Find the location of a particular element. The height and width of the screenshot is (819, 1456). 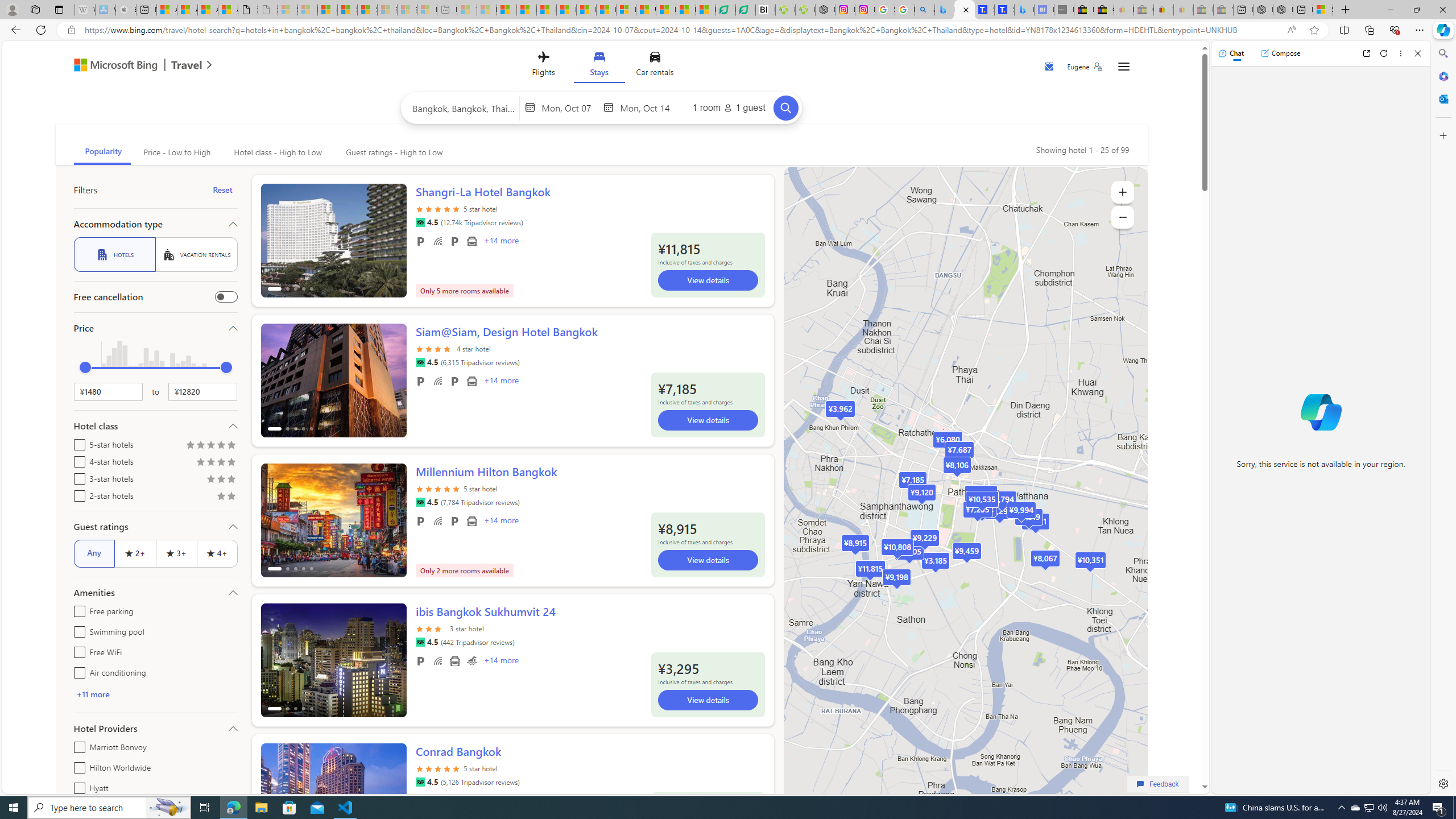

'5-star hotels' is located at coordinates (76, 442).